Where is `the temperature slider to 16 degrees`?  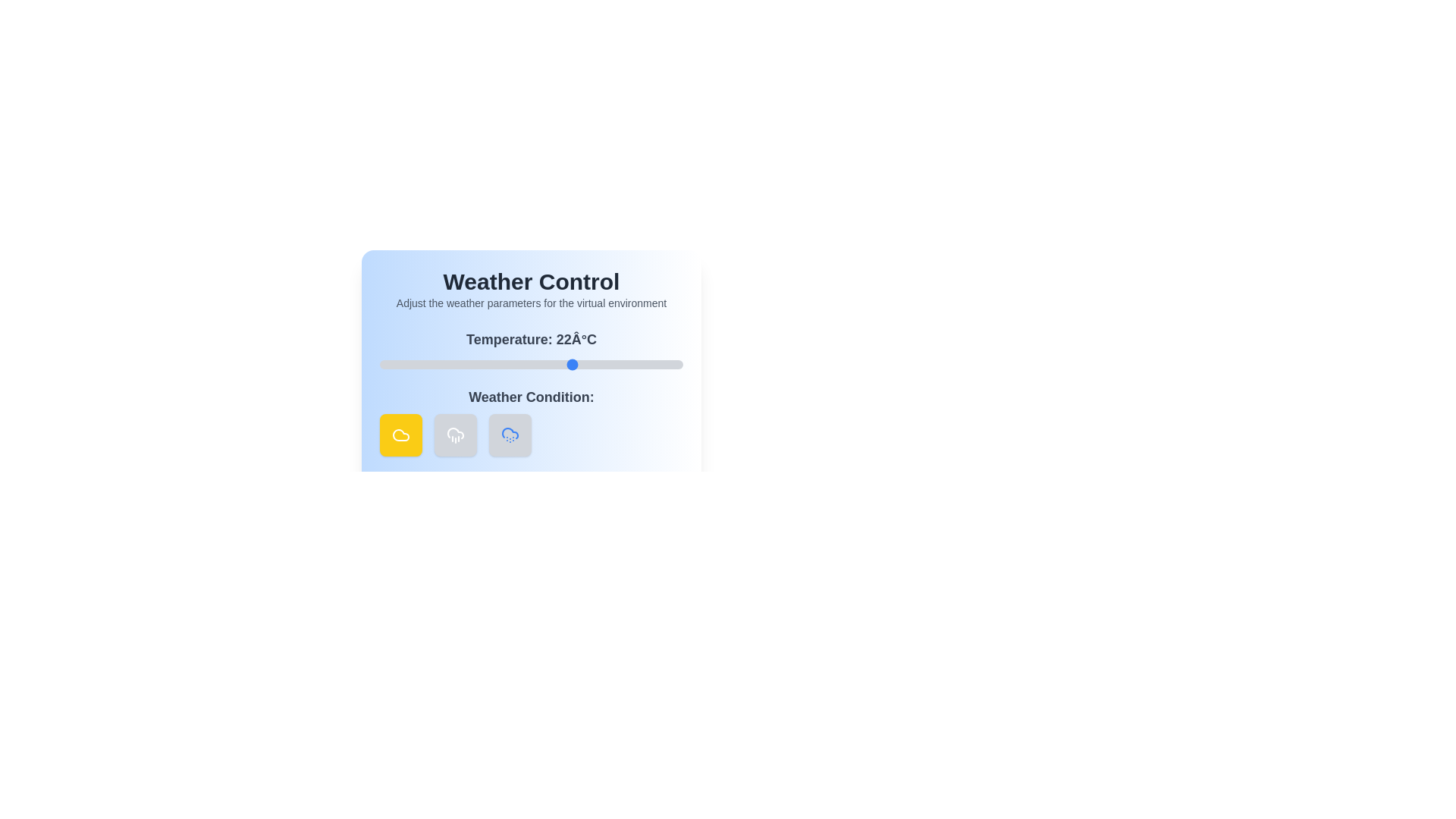
the temperature slider to 16 degrees is located at coordinates (538, 365).